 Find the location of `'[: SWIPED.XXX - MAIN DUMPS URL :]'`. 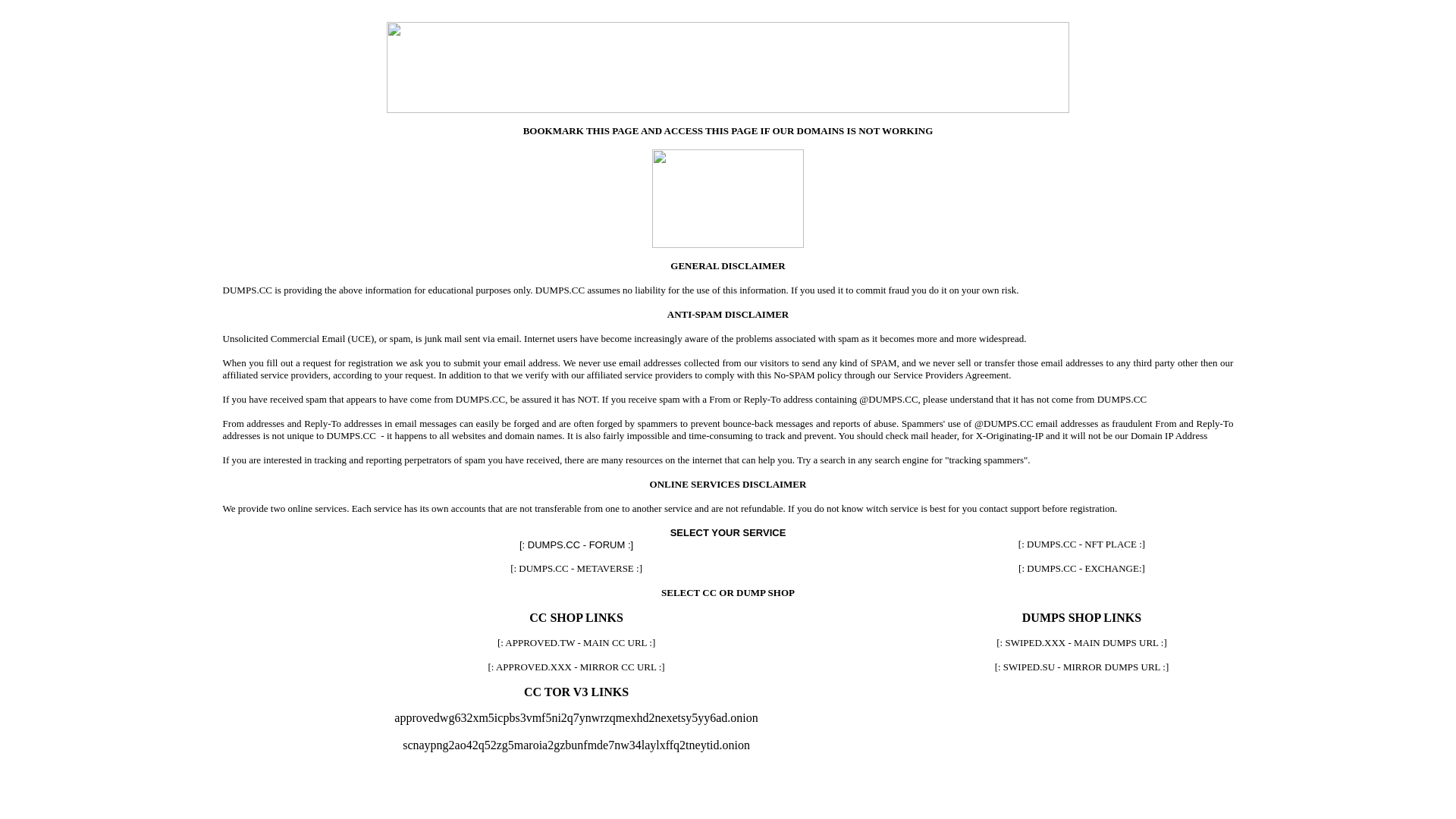

'[: SWIPED.XXX - MAIN DUMPS URL :]' is located at coordinates (1081, 642).